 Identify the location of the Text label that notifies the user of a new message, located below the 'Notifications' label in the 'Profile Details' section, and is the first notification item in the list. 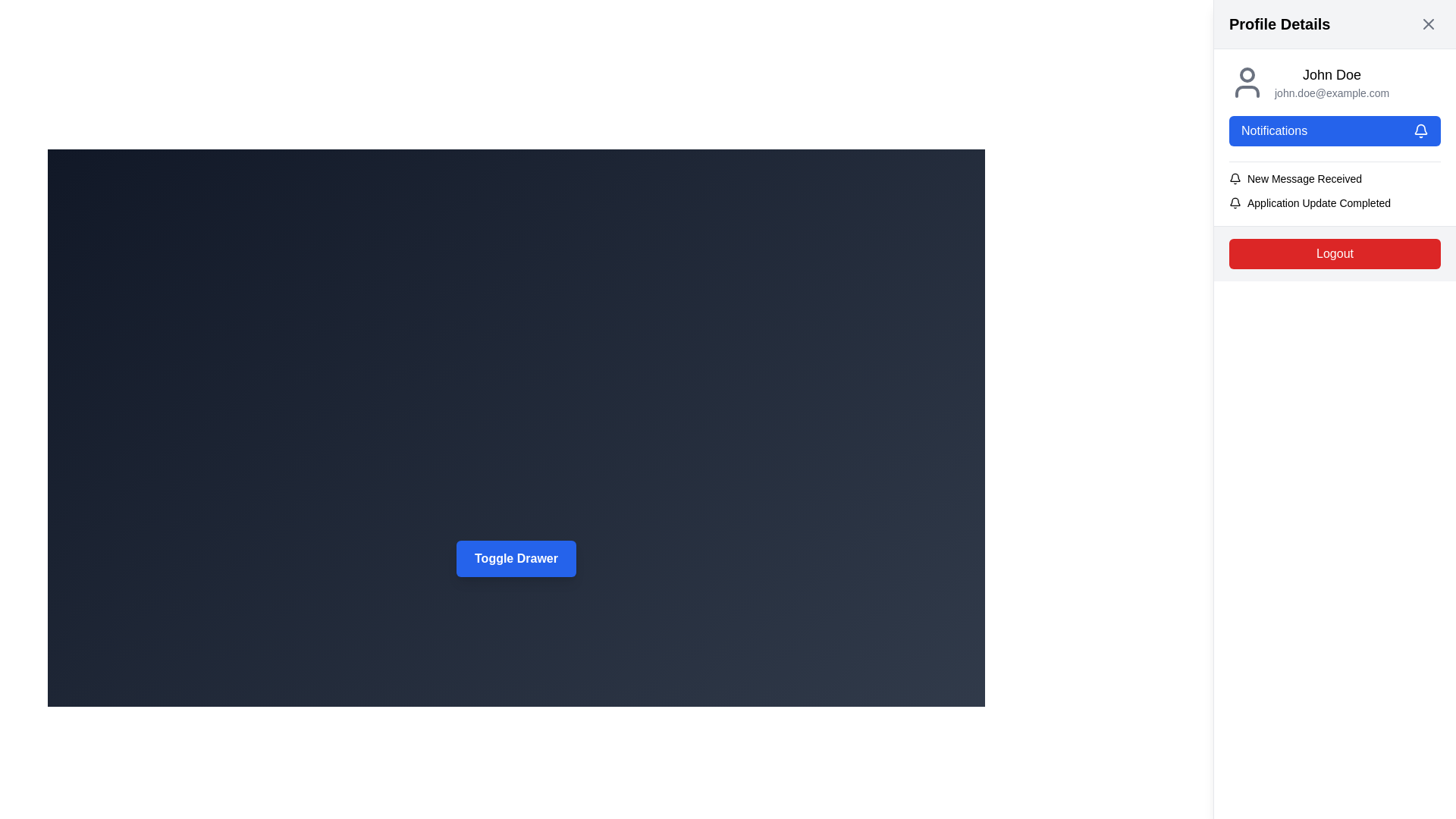
(1304, 177).